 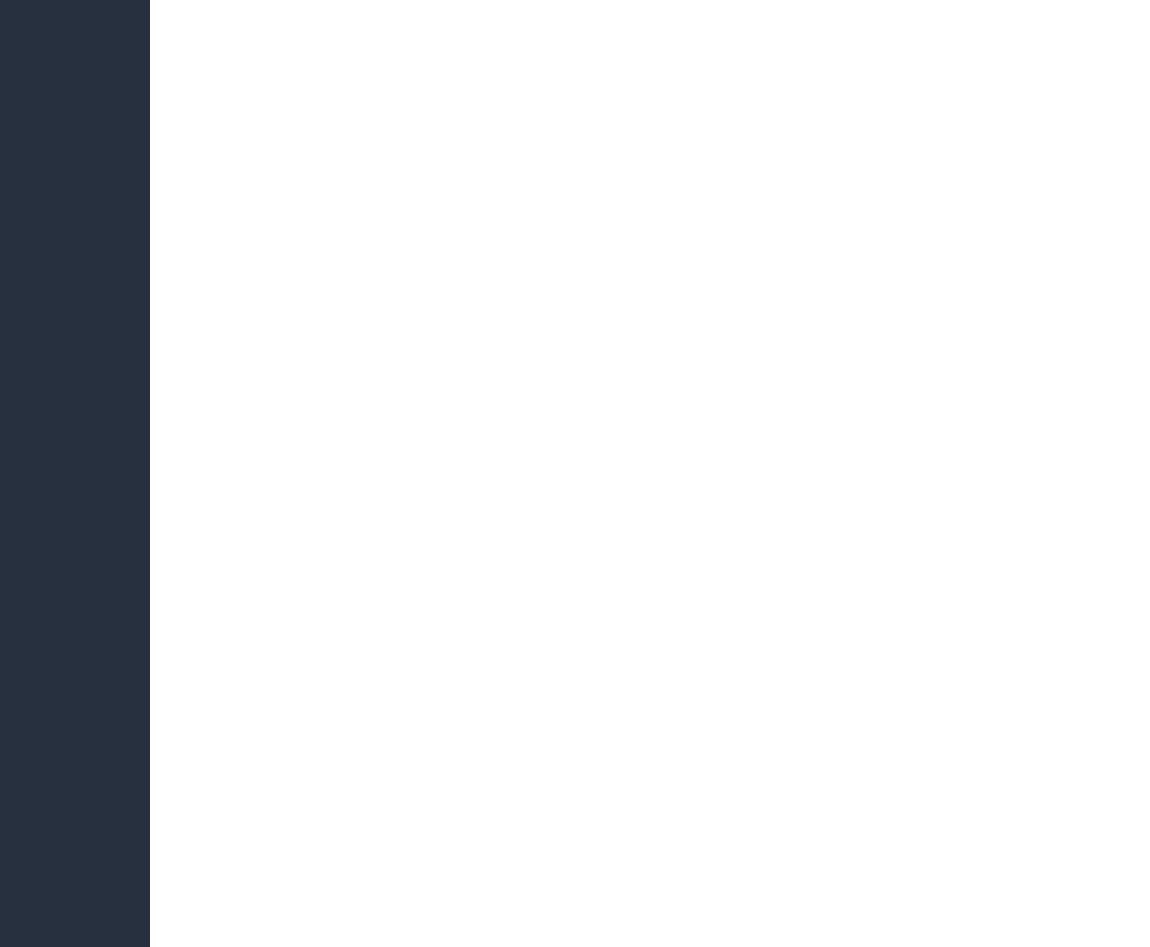 I want to click on 'The Nordic Region is stepping up its efforts to reduce food waste', so click(x=861, y=233).